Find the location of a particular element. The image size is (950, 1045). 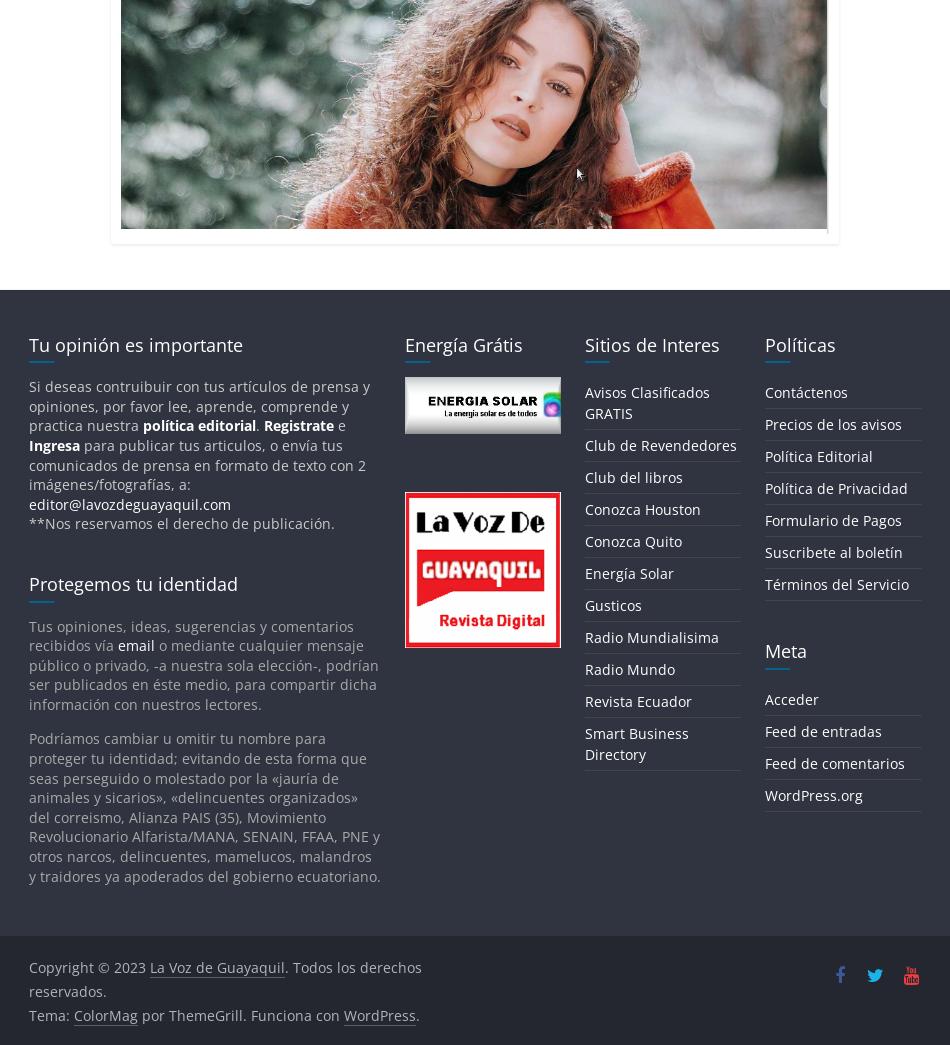

'Energía Solar' is located at coordinates (628, 573).